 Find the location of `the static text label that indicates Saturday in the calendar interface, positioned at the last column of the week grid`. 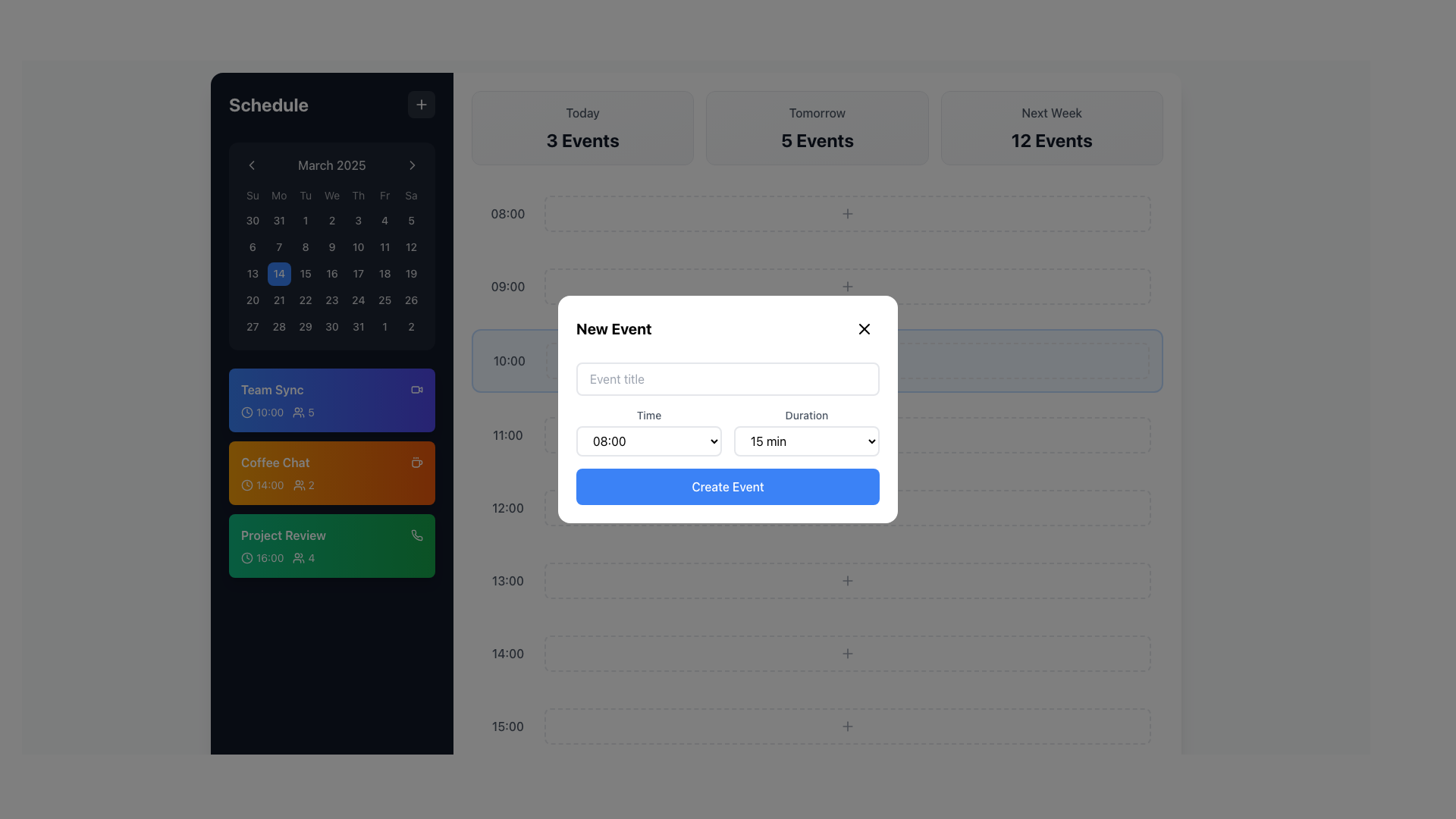

the static text label that indicates Saturday in the calendar interface, positioned at the last column of the week grid is located at coordinates (411, 195).